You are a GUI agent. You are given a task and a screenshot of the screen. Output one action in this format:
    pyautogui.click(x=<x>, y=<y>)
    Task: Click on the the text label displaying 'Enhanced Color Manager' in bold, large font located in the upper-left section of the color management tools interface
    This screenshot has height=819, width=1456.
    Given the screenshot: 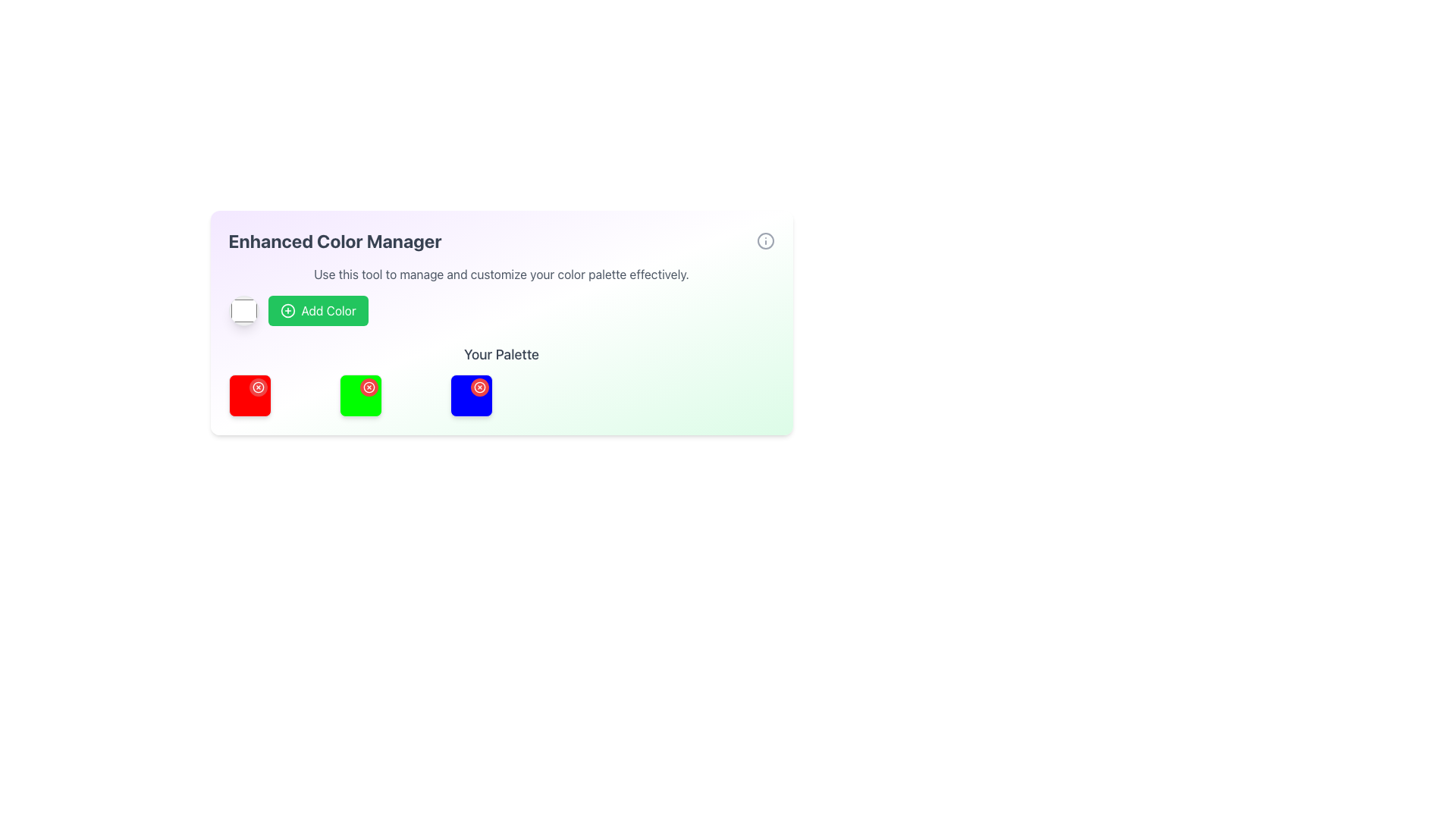 What is the action you would take?
    pyautogui.click(x=334, y=240)
    